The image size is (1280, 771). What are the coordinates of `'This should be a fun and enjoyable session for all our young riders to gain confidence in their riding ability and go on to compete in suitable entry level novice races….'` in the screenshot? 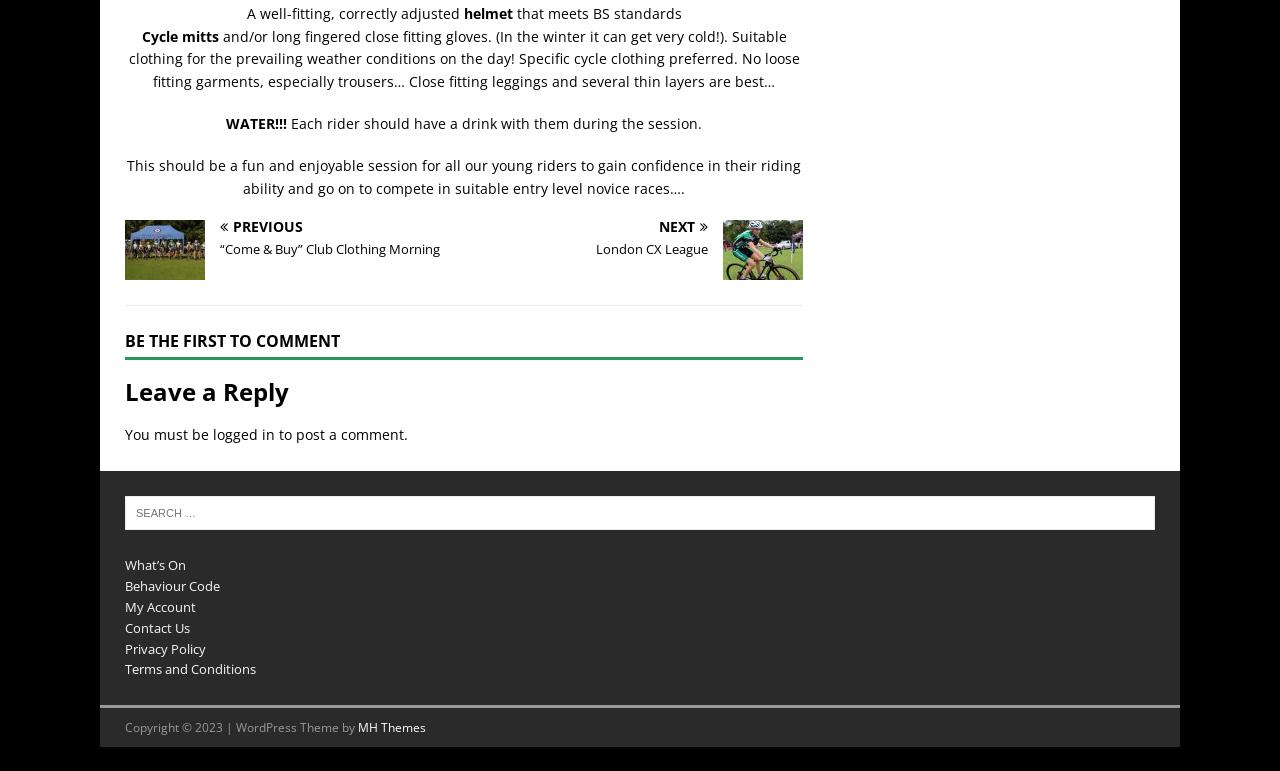 It's located at (463, 175).